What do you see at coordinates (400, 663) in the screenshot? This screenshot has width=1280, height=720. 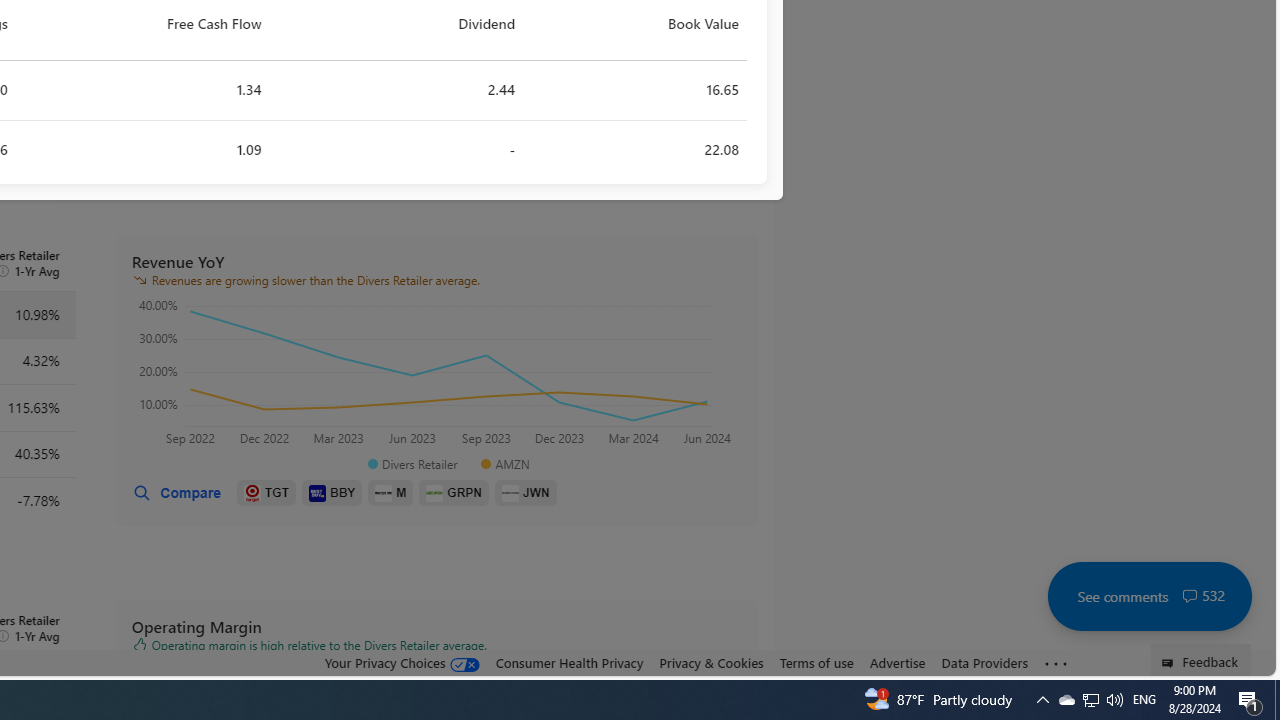 I see `'Your Privacy Choices'` at bounding box center [400, 663].